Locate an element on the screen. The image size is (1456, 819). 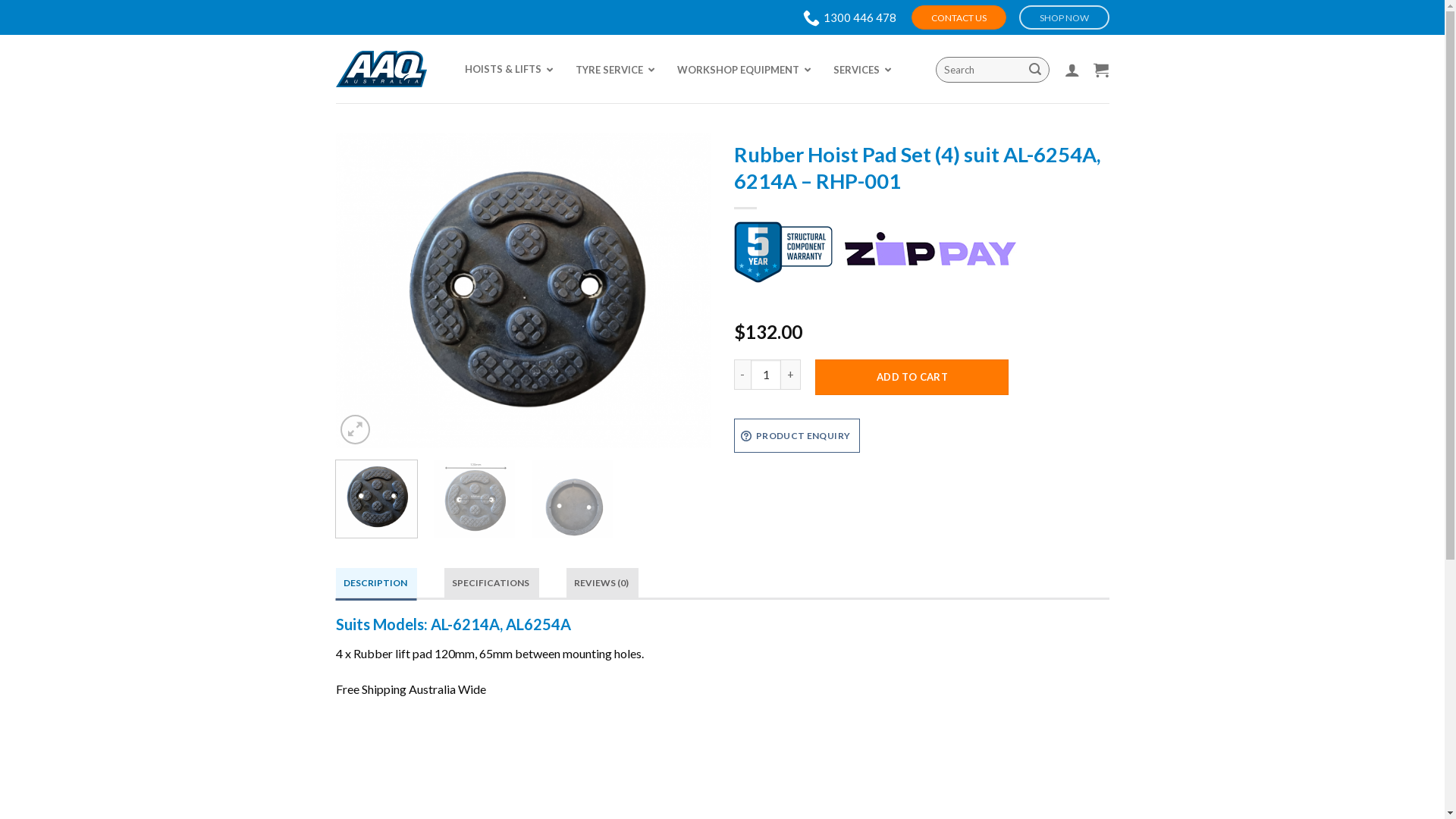
'SHOP NOW' is located at coordinates (1063, 17).